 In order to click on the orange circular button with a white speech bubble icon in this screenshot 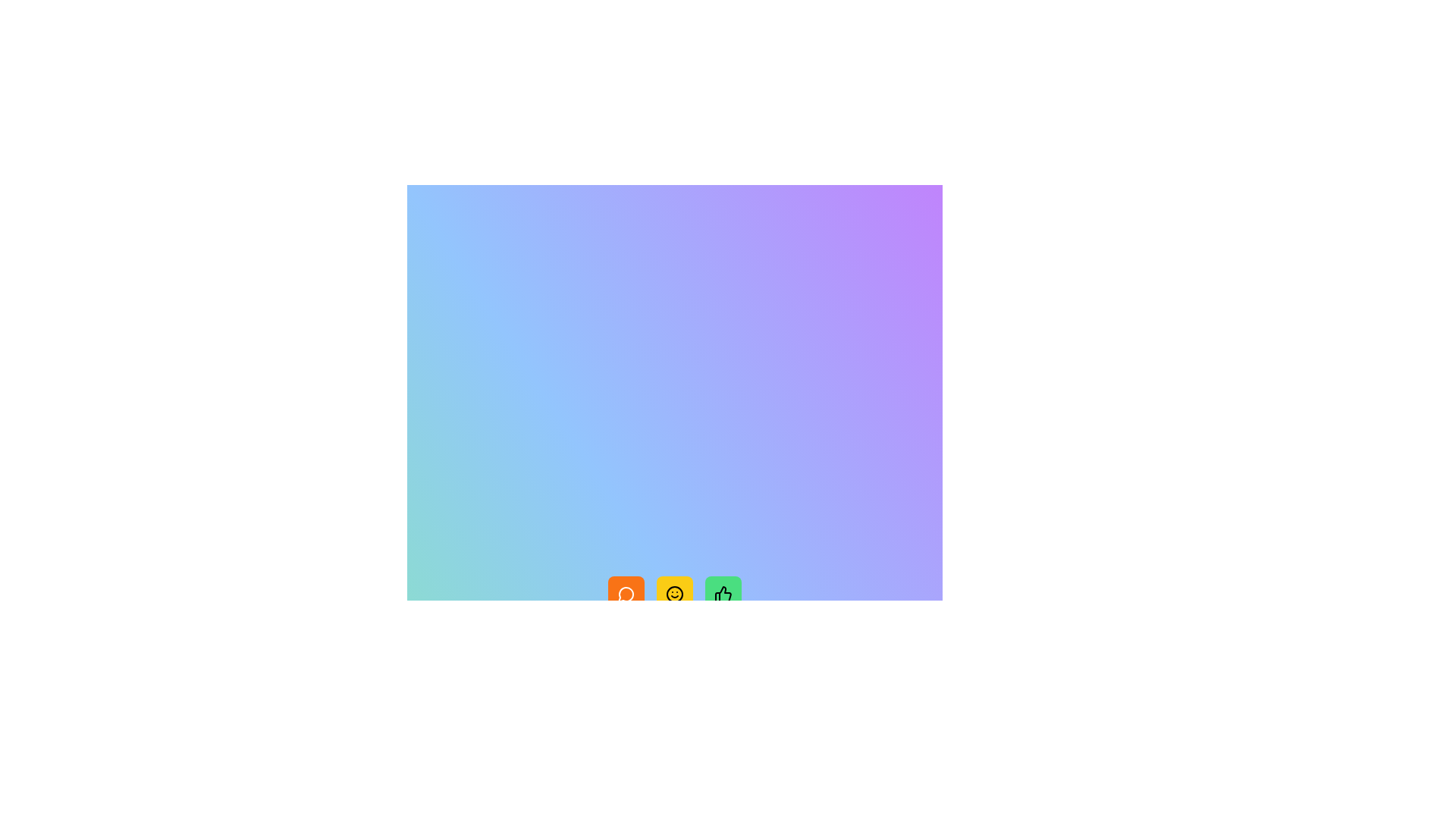, I will do `click(626, 593)`.